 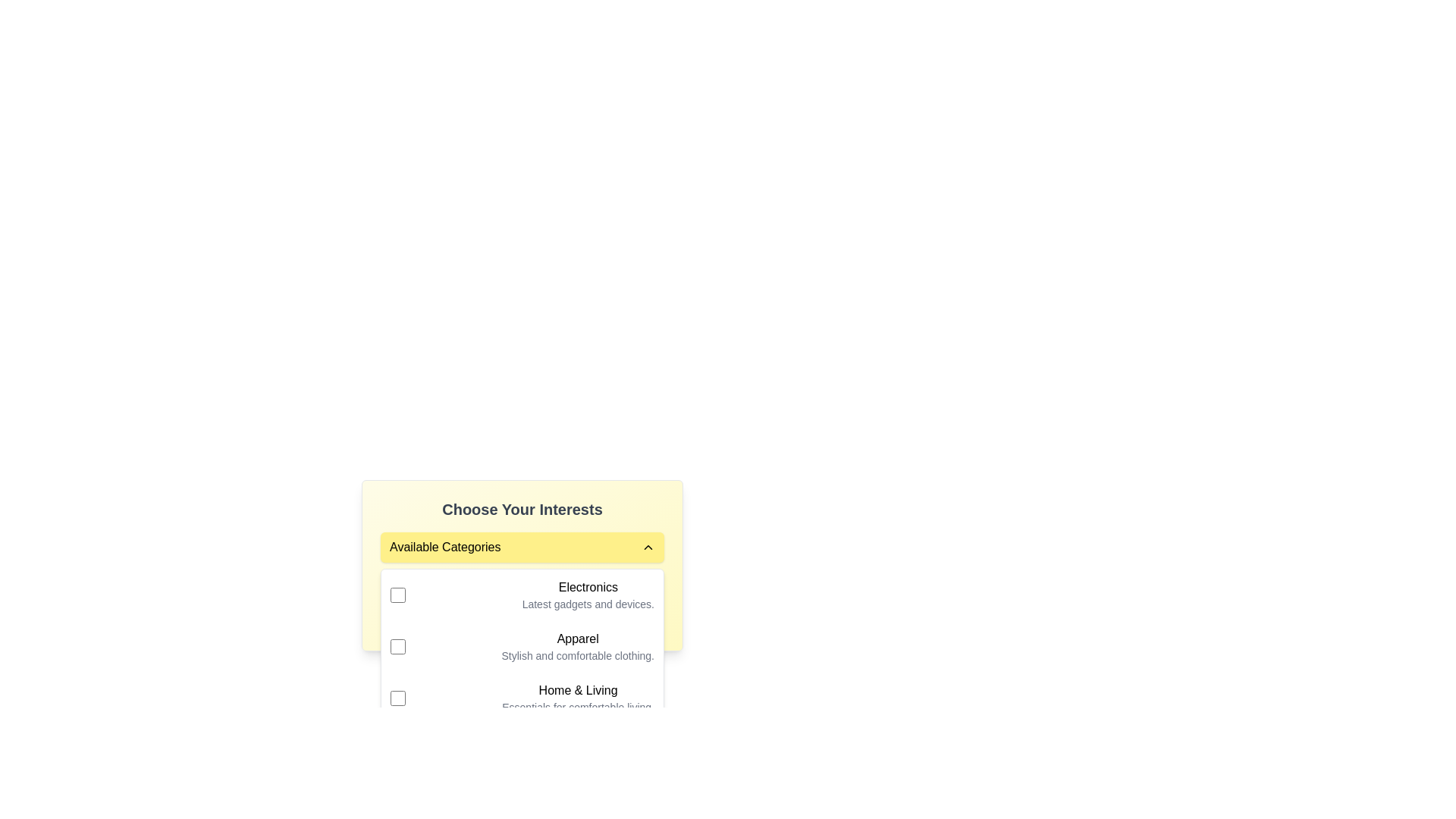 What do you see at coordinates (522, 616) in the screenshot?
I see `the text that reads 'No categories selected'` at bounding box center [522, 616].